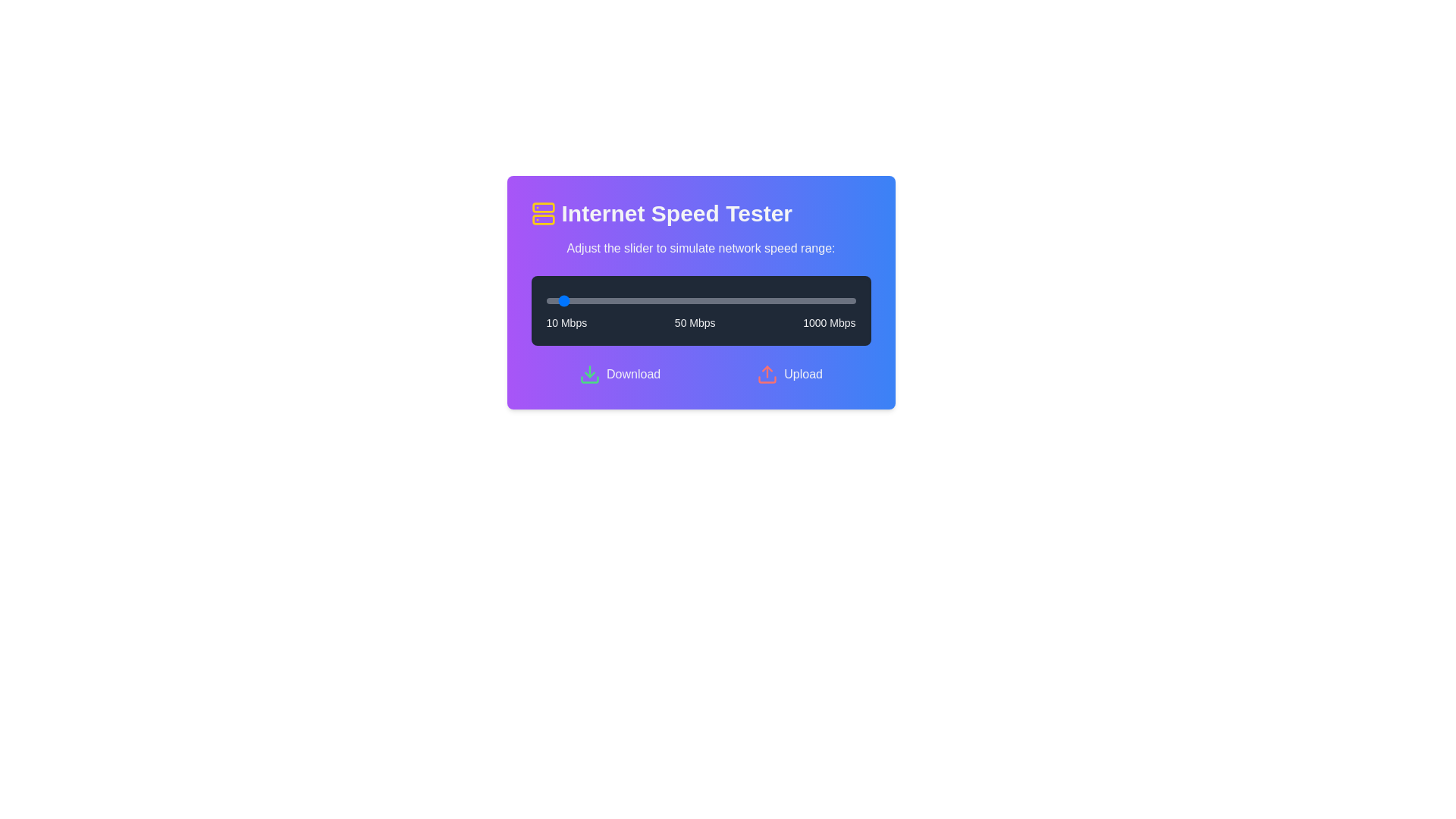  I want to click on the slider to set the speed to 129 Mbps, so click(582, 301).